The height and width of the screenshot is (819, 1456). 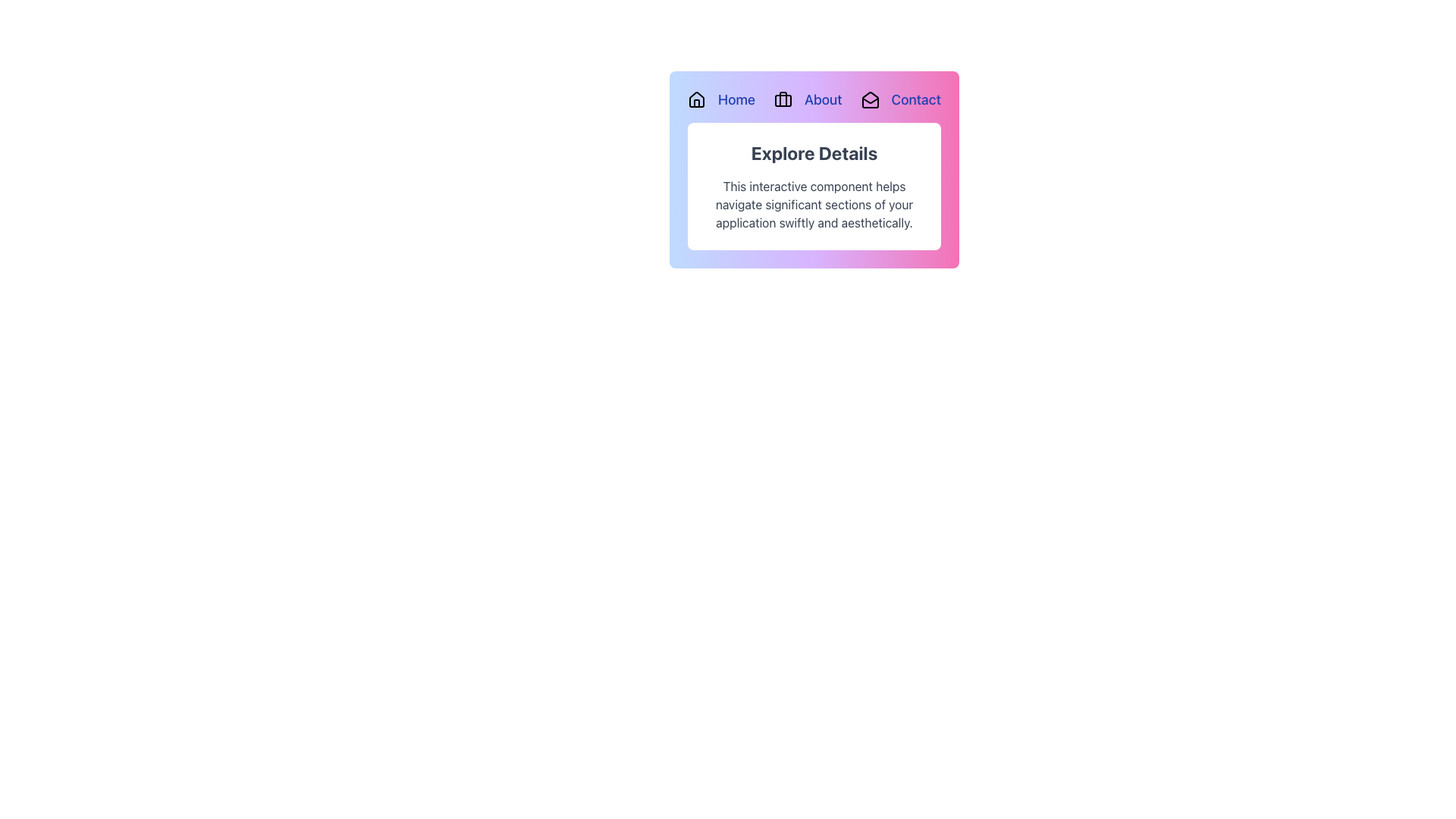 What do you see at coordinates (720, 99) in the screenshot?
I see `the 'Home' hyperlink, which is a bold, blue text navigation link positioned in the top navigation bar of a card layout` at bounding box center [720, 99].